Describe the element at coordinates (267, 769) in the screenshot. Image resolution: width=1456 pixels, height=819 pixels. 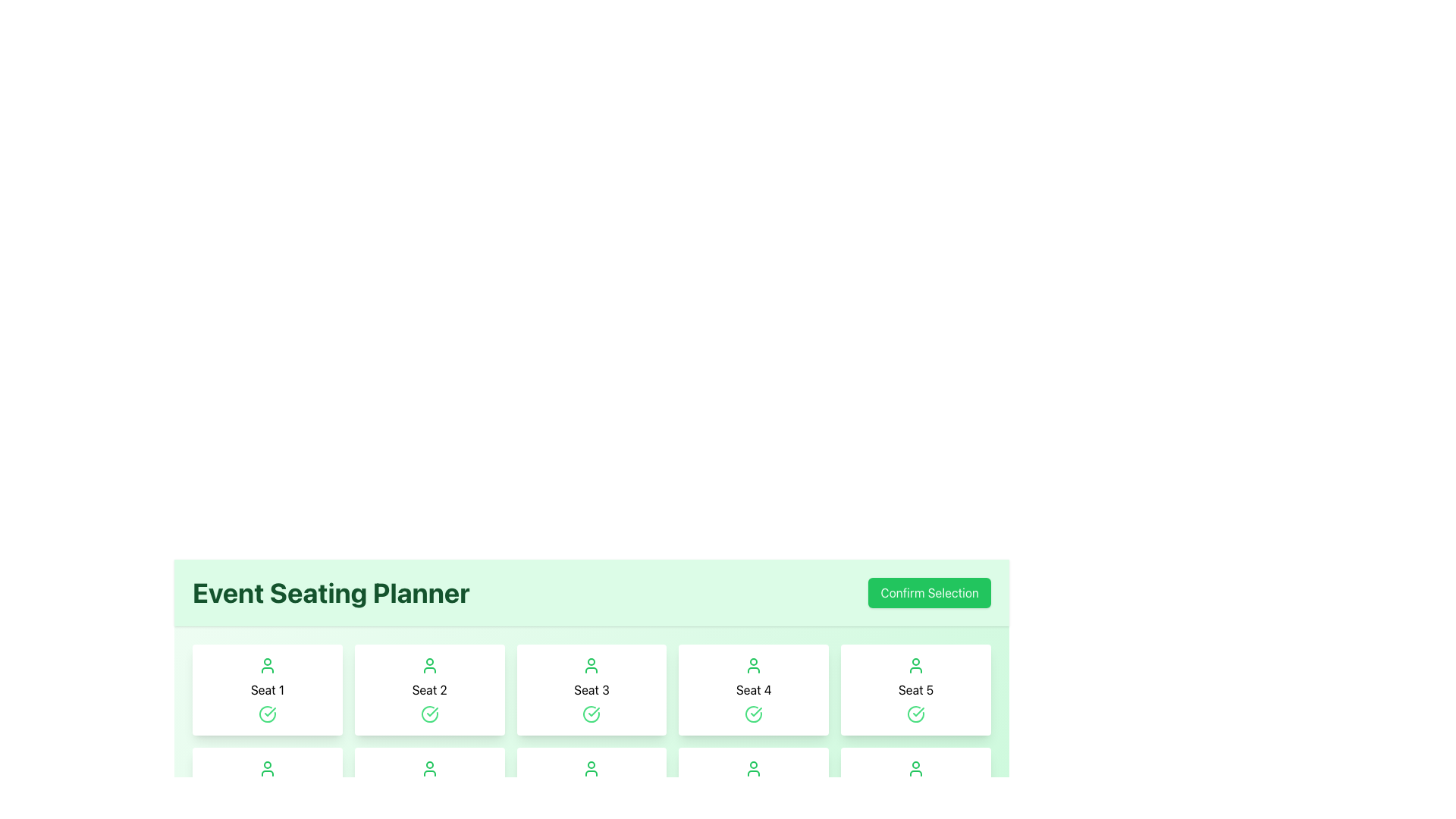
I see `the decorative or status icon associated with 'Seat 6'` at that location.